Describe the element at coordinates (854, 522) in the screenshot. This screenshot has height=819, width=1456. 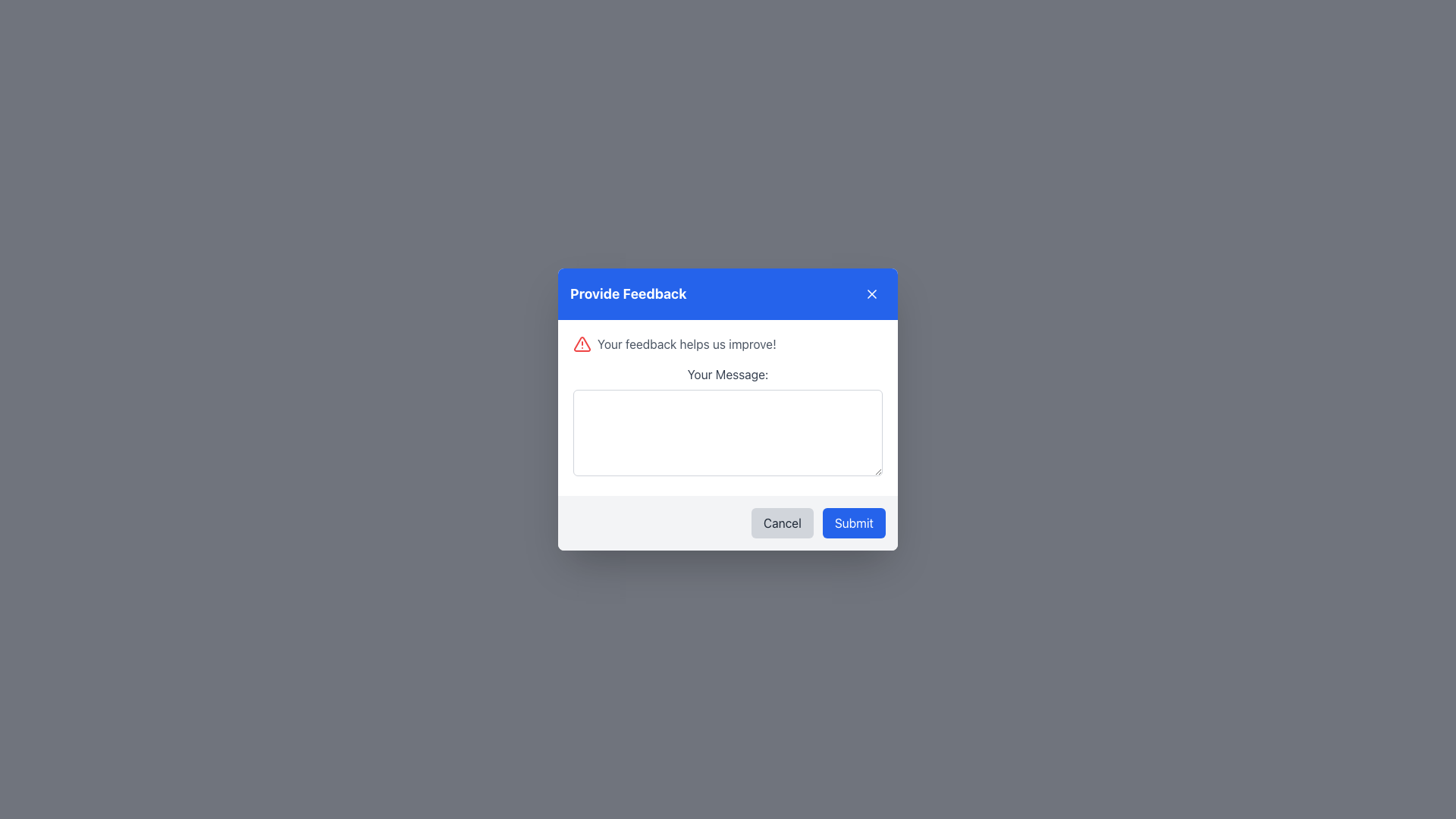
I see `the 'Submit' button with blue styling and white text located at the bottom-right corner of the modal dialog box` at that location.